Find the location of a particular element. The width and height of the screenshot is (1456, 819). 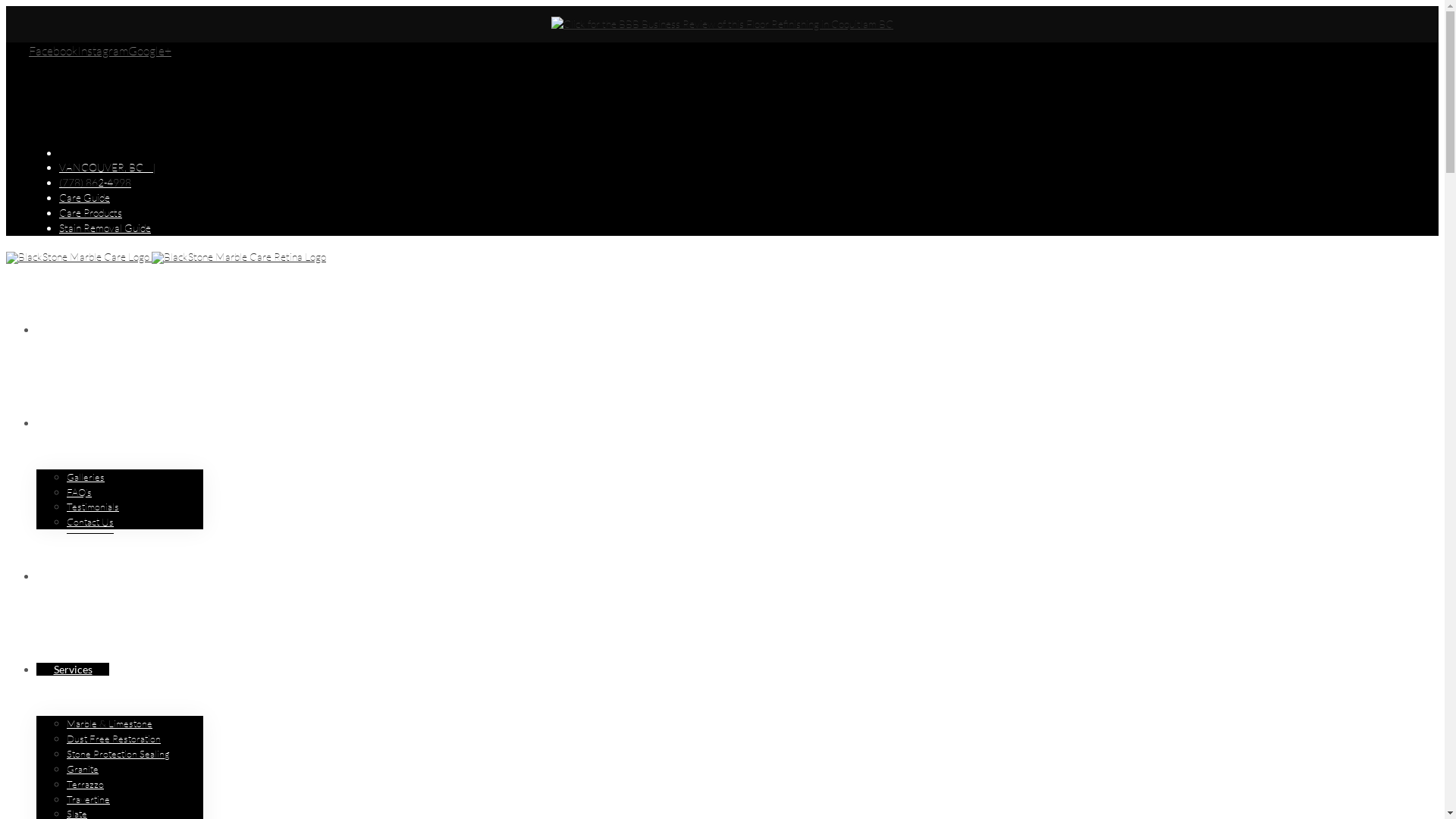

'Instagram' is located at coordinates (102, 49).